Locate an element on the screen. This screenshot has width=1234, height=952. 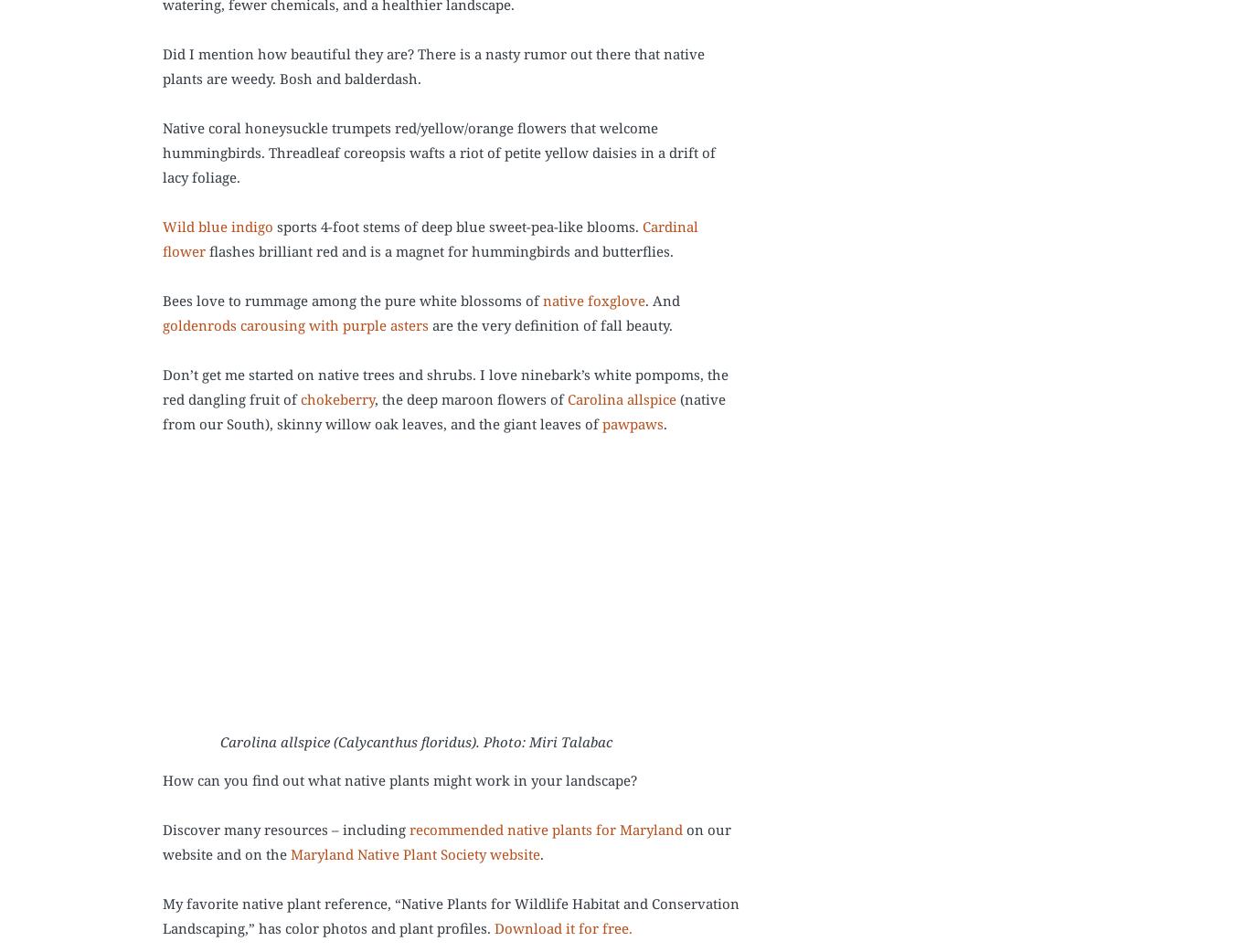
'are the very definition of fall beauty.' is located at coordinates (550, 324).